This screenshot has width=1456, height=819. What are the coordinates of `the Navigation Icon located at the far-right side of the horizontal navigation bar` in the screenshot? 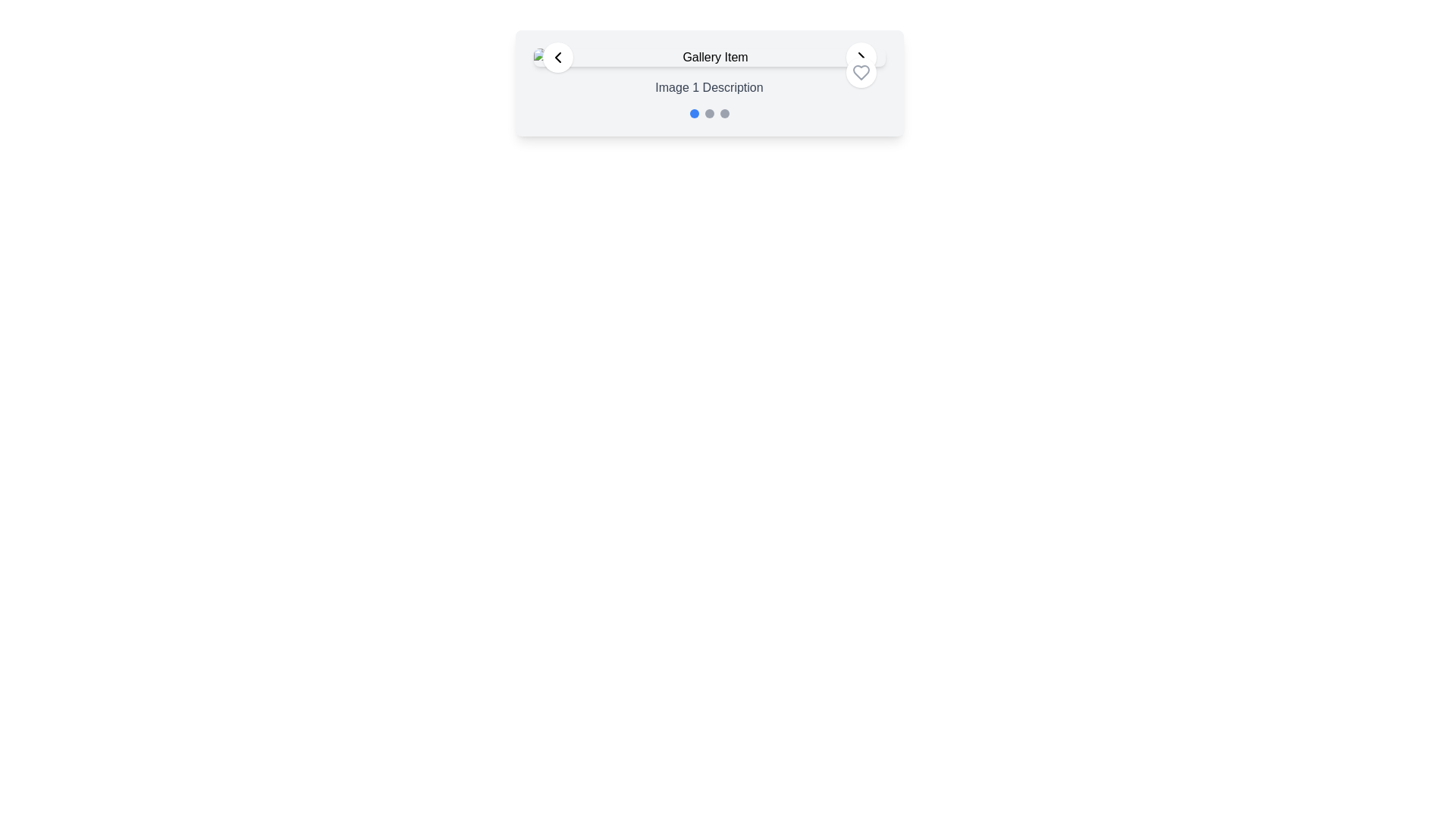 It's located at (861, 57).